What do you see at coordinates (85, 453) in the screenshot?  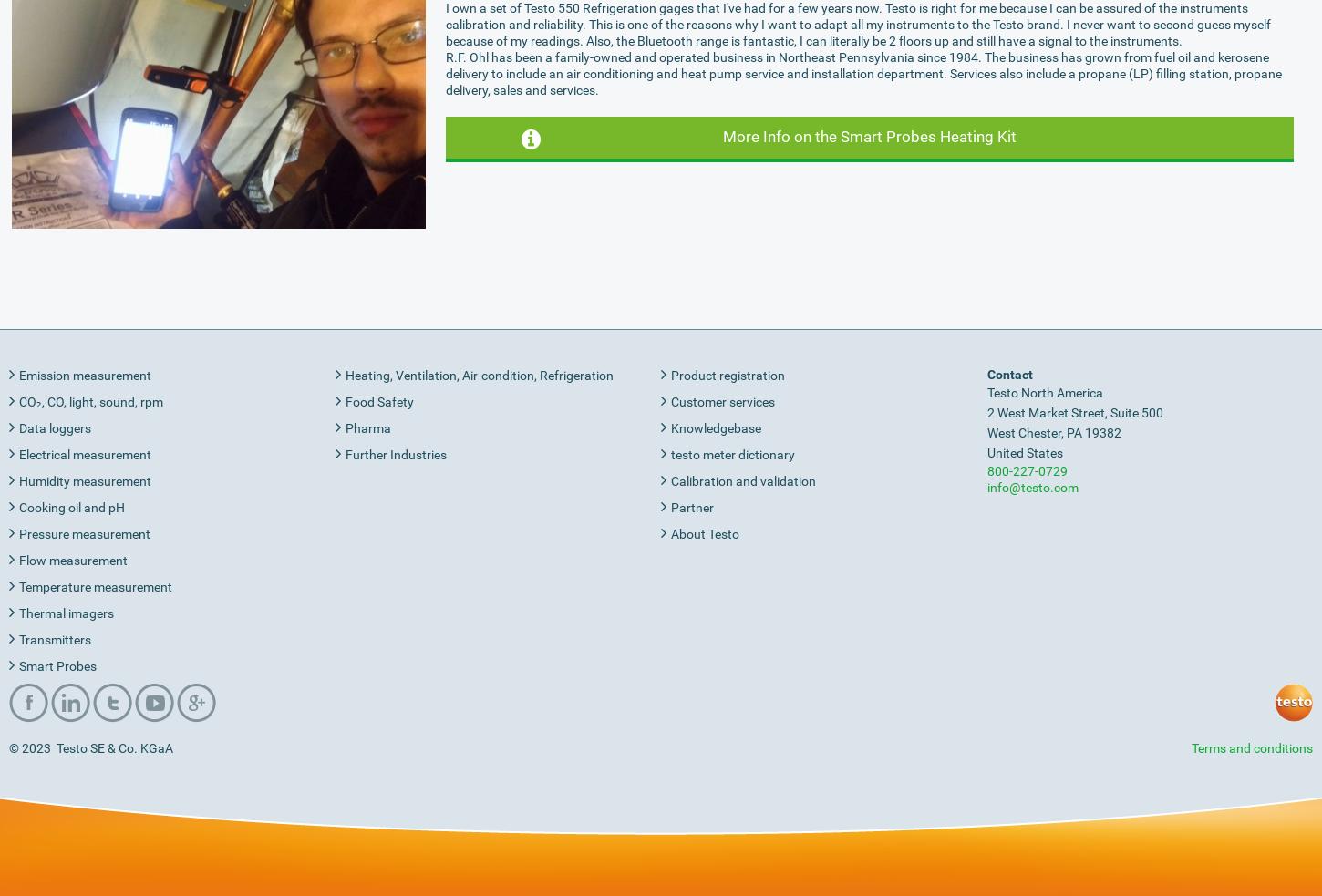 I see `'Electrical measurement'` at bounding box center [85, 453].